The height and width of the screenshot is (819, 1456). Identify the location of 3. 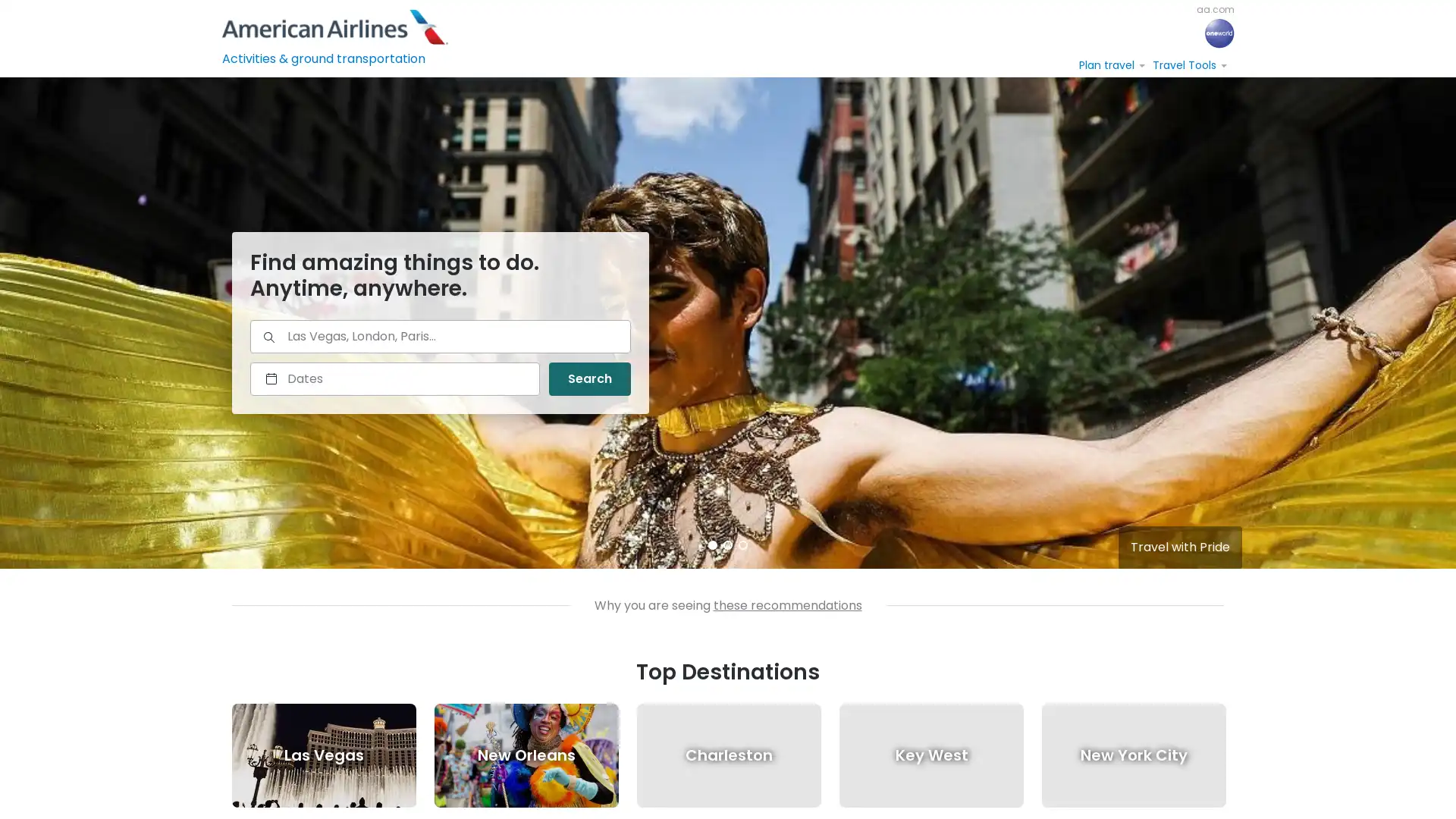
(742, 327).